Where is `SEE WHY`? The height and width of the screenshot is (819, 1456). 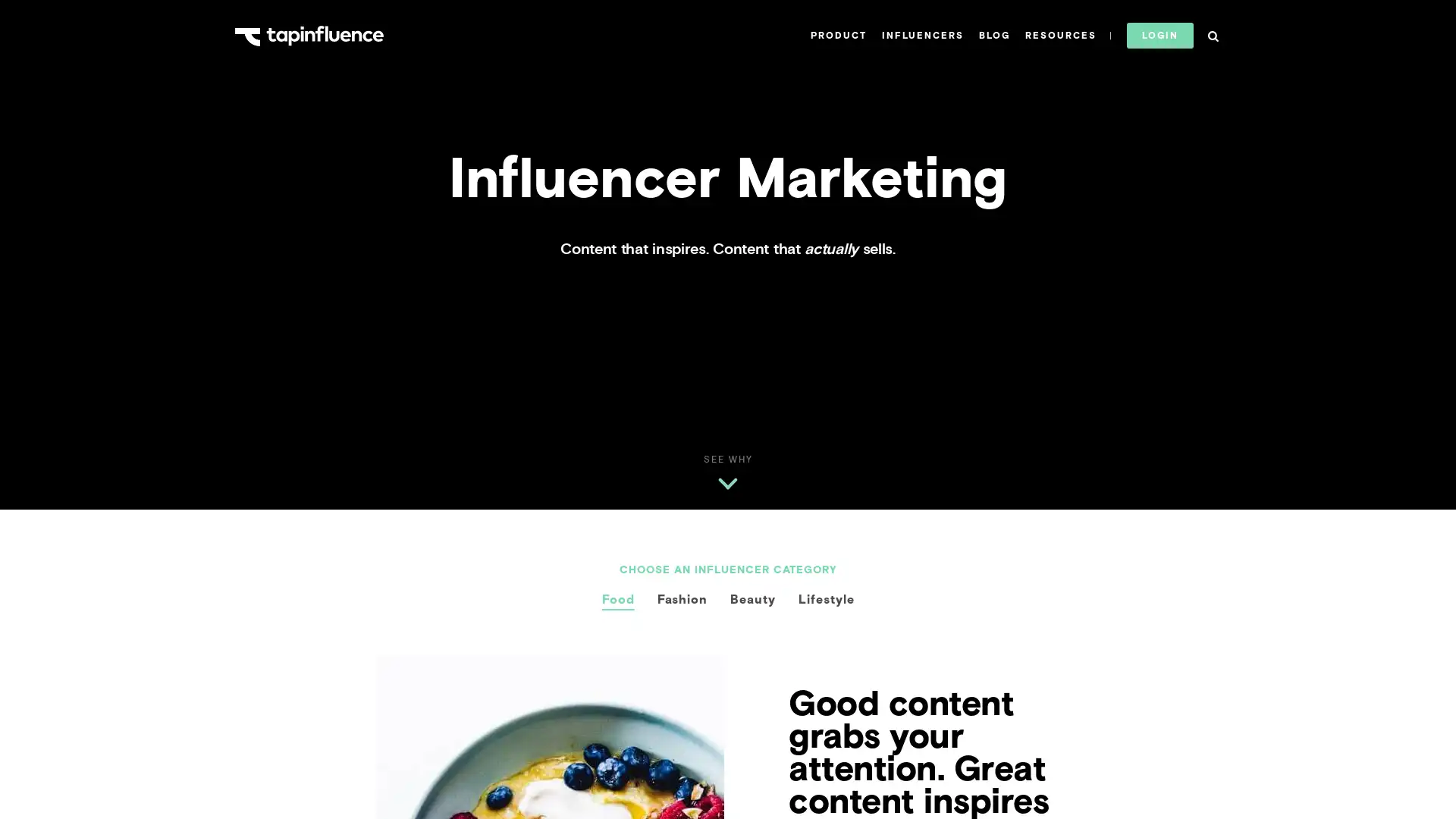
SEE WHY is located at coordinates (726, 459).